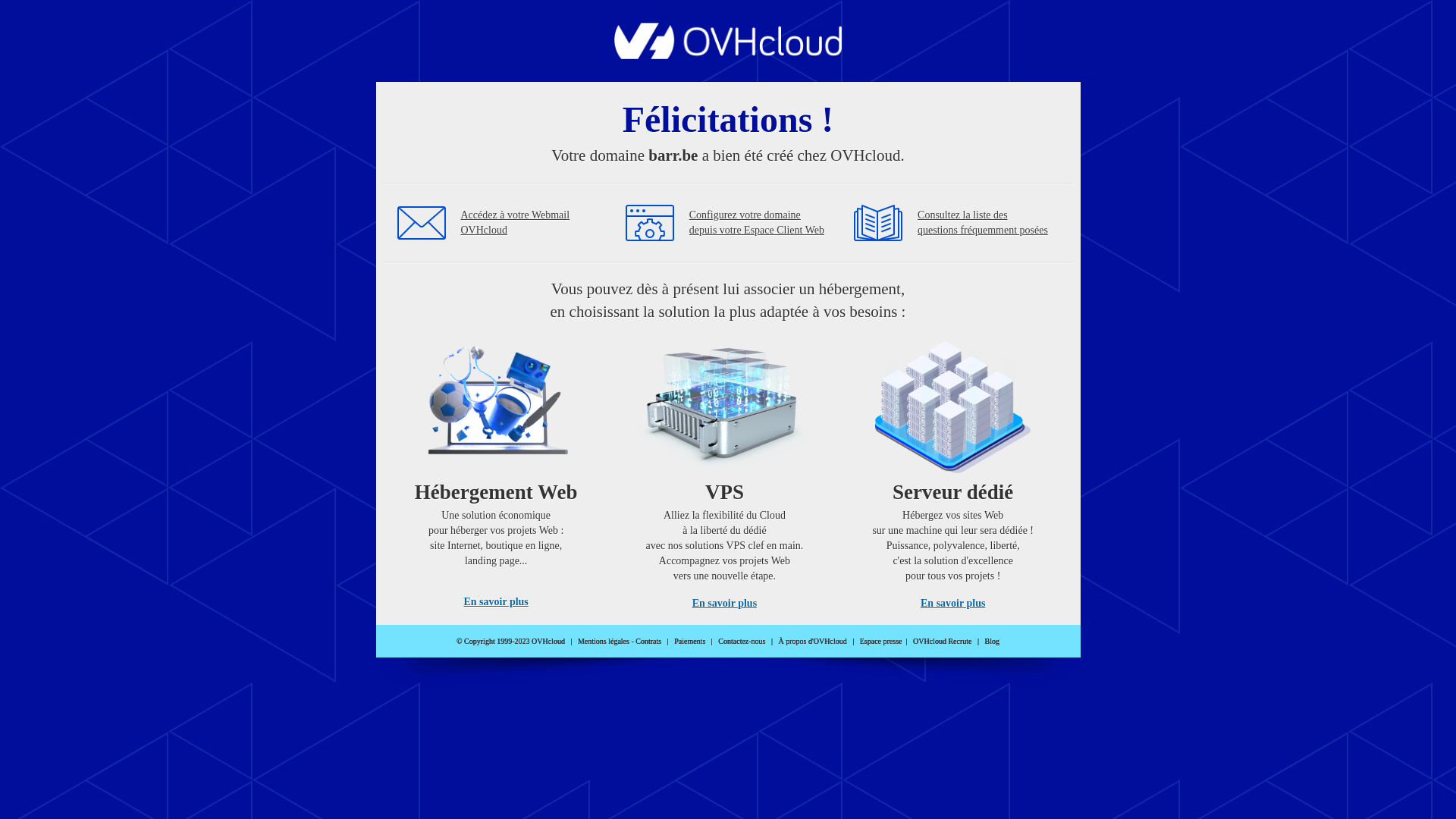 The height and width of the screenshot is (819, 1456). What do you see at coordinates (495, 601) in the screenshot?
I see `'En savoir plus'` at bounding box center [495, 601].